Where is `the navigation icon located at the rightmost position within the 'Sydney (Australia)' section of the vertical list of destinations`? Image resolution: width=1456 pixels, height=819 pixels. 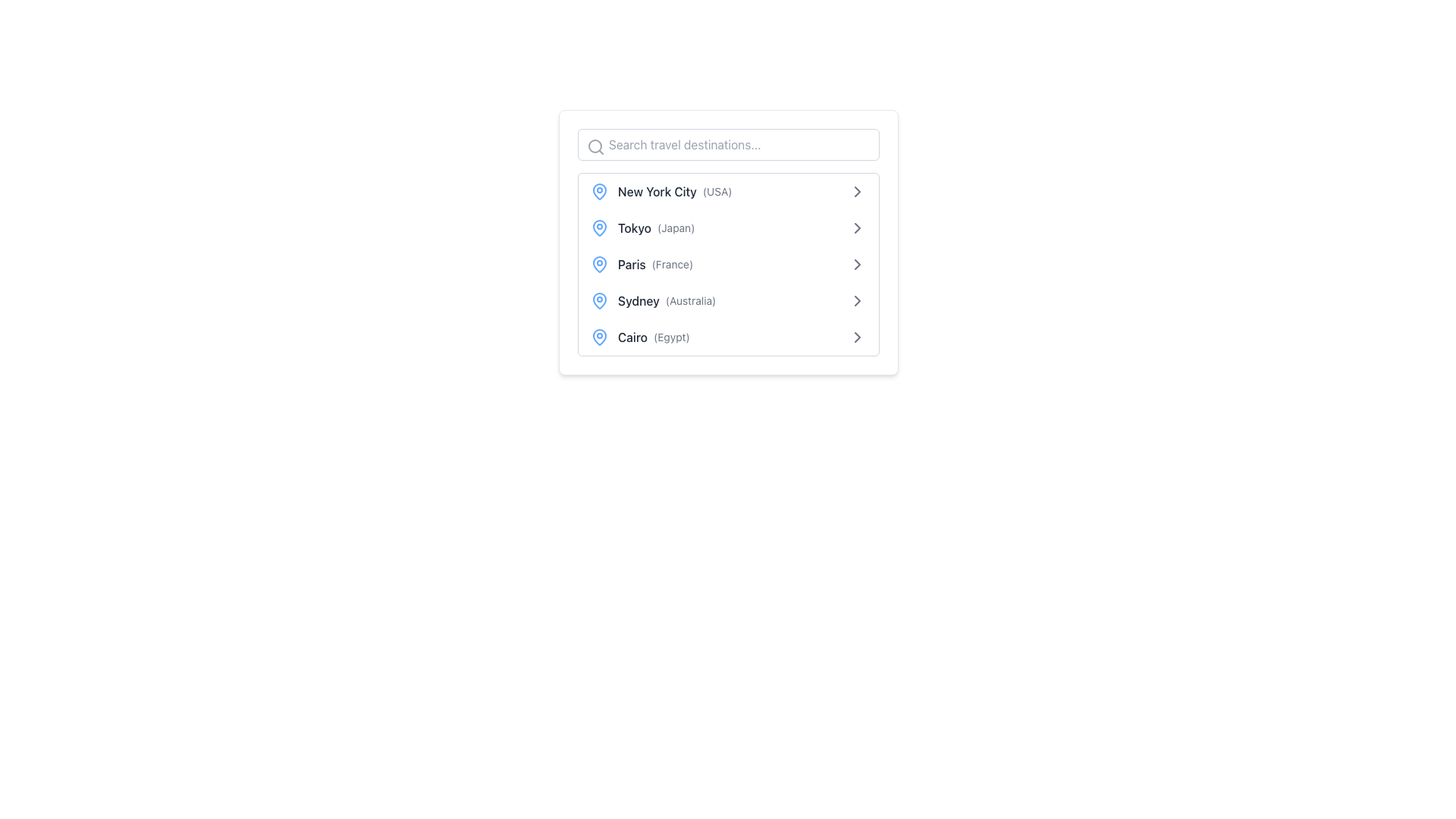 the navigation icon located at the rightmost position within the 'Sydney (Australia)' section of the vertical list of destinations is located at coordinates (858, 301).